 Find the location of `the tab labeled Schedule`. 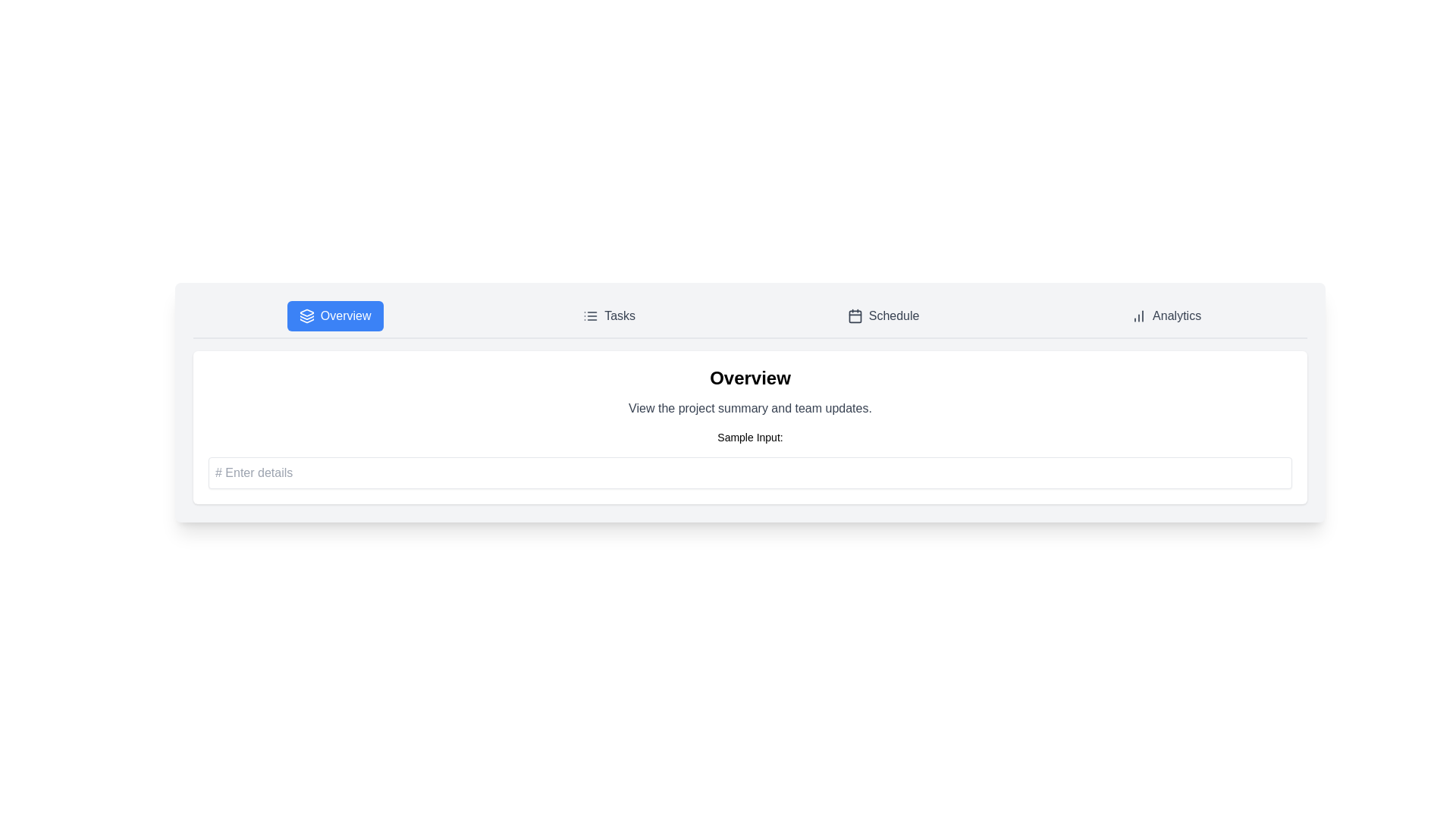

the tab labeled Schedule is located at coordinates (883, 315).